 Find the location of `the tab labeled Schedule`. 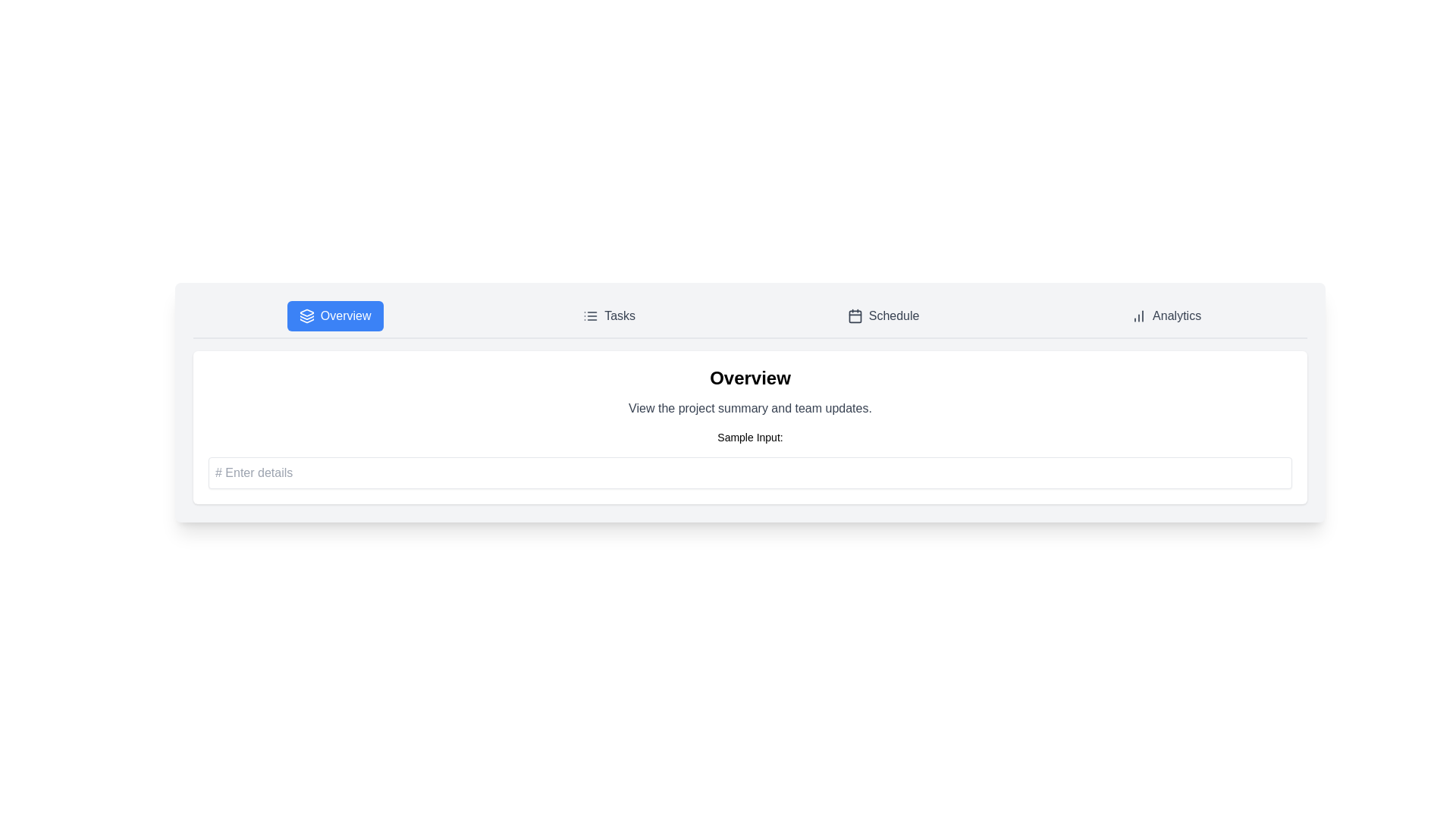

the tab labeled Schedule is located at coordinates (883, 315).